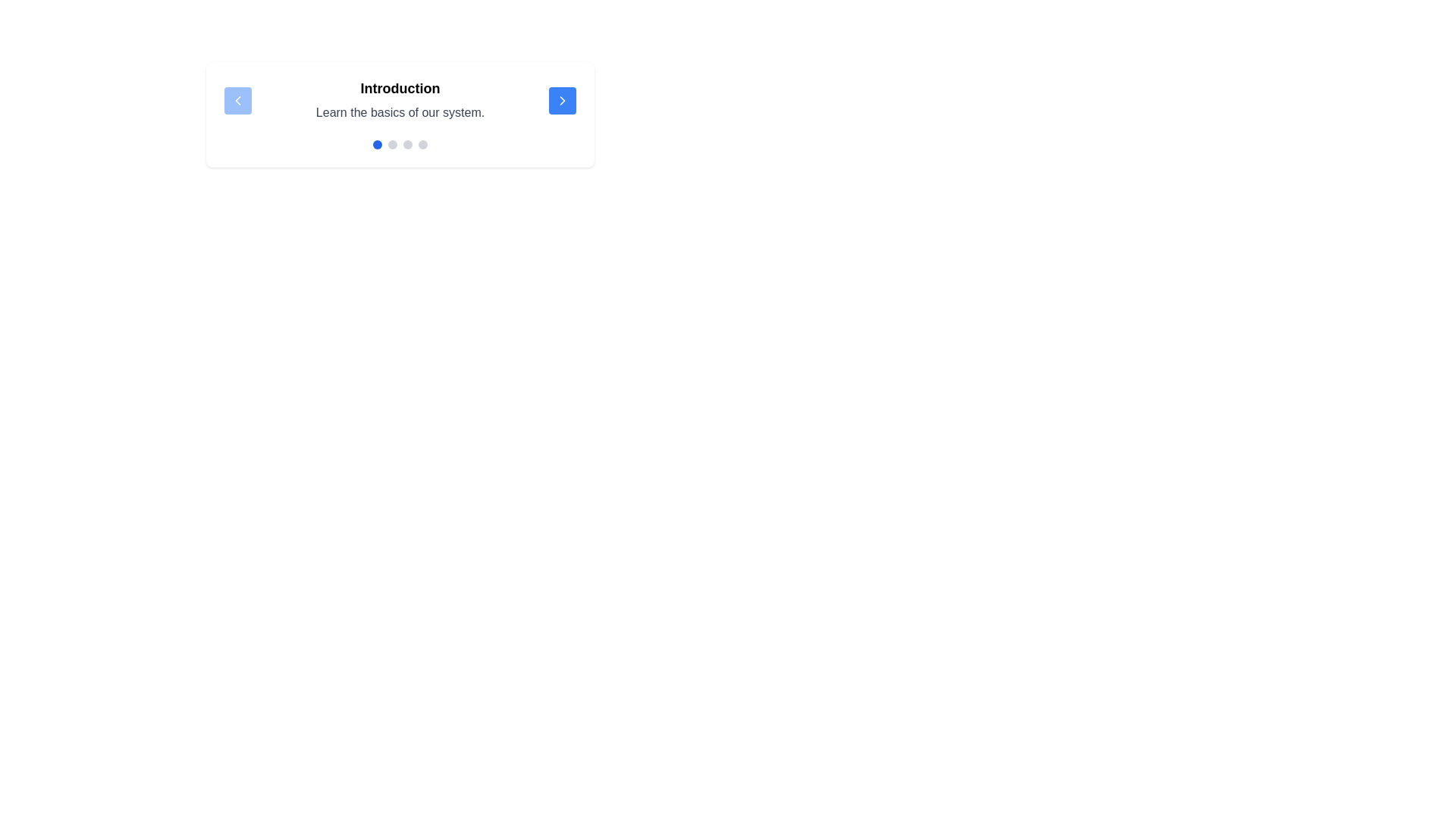 This screenshot has width=1456, height=819. Describe the element at coordinates (393, 144) in the screenshot. I see `the second page indicator dot in the carousel, which is positioned between a blue indicator and two gray indicators` at that location.